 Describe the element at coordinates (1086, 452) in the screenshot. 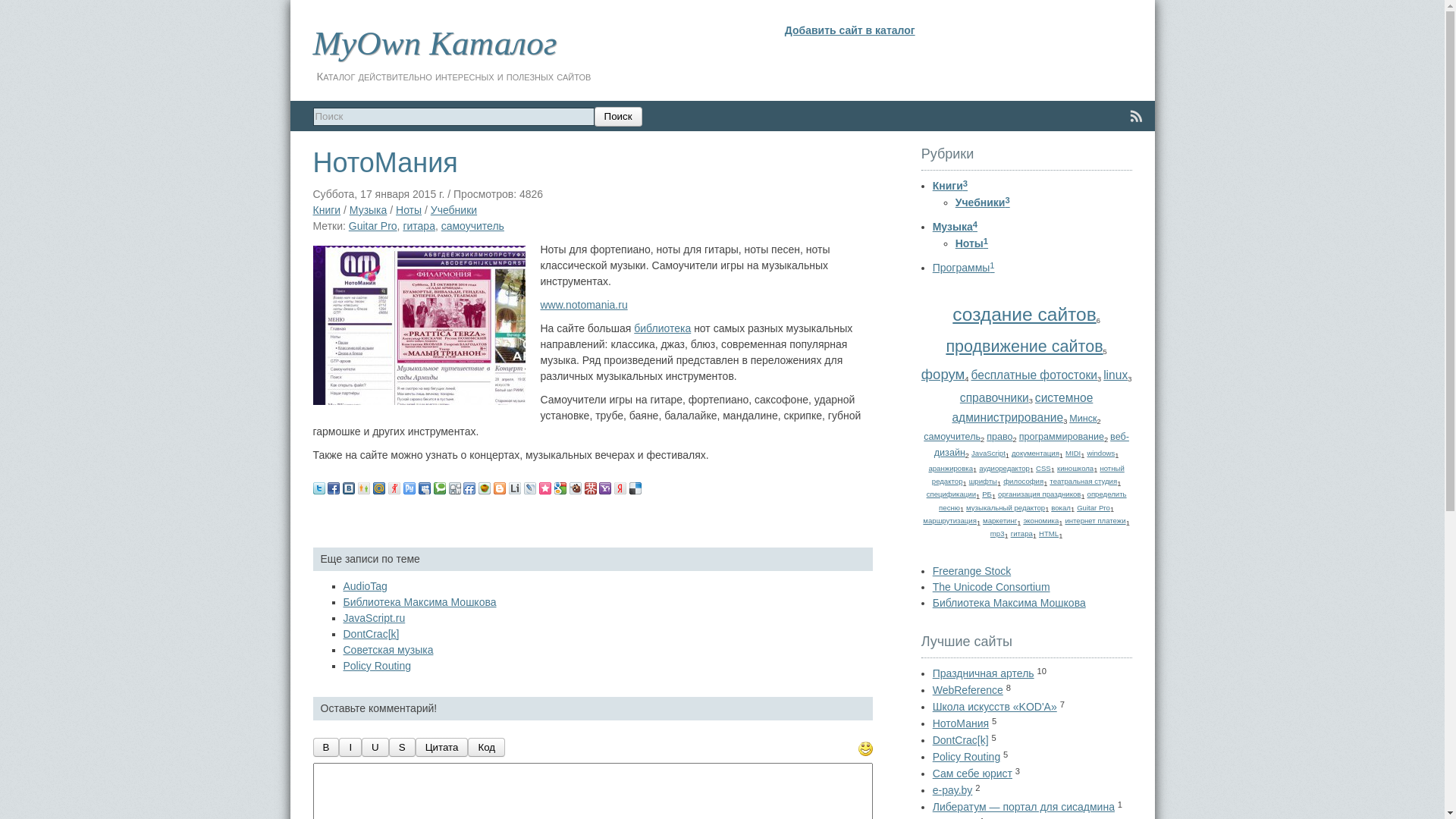

I see `'windows'` at that location.